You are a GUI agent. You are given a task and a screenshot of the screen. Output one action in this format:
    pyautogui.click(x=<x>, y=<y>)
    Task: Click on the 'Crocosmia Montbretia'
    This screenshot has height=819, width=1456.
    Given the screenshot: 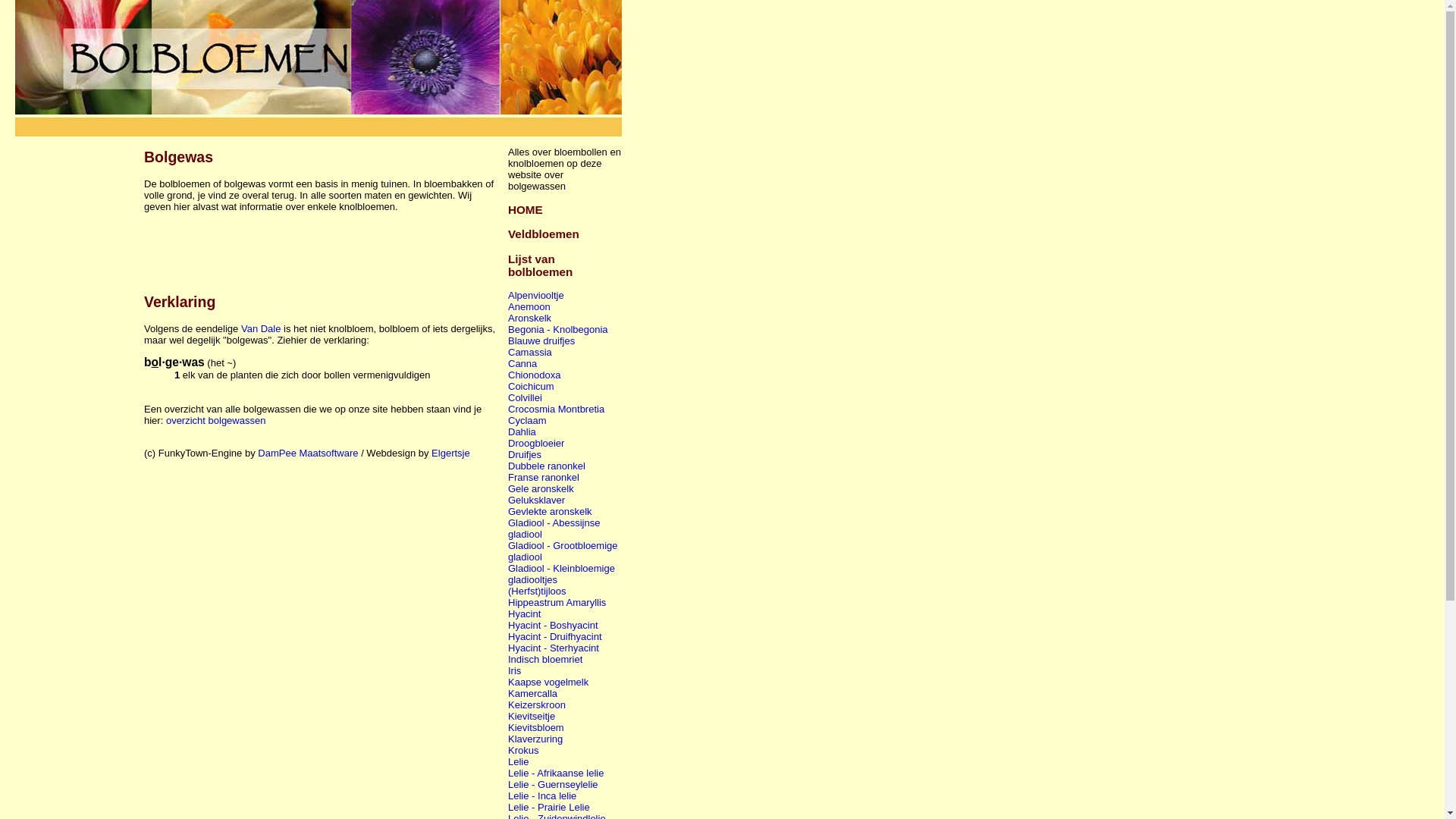 What is the action you would take?
    pyautogui.click(x=555, y=408)
    